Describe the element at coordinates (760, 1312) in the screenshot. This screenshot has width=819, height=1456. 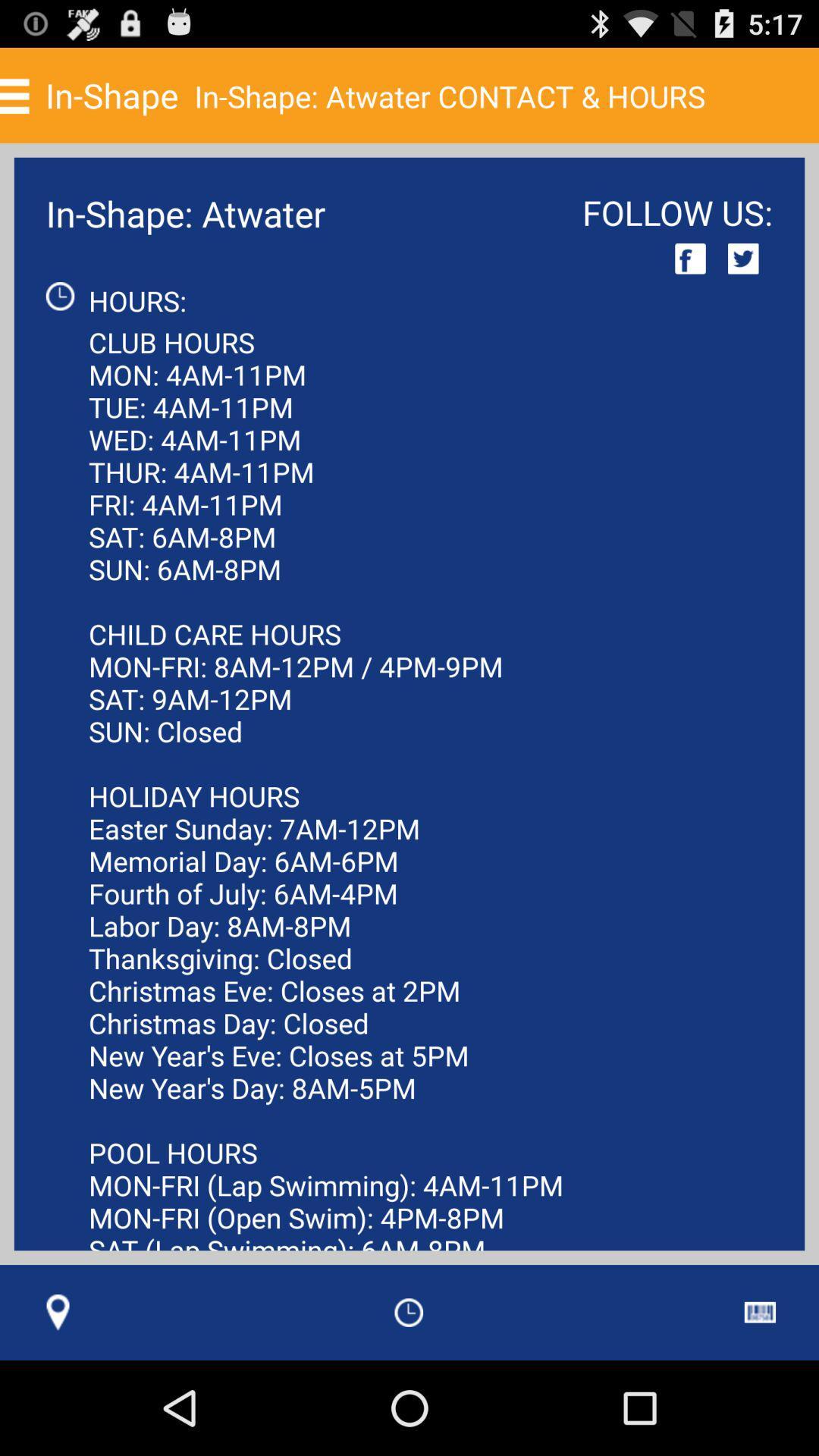
I see `the app next to club hours mon icon` at that location.